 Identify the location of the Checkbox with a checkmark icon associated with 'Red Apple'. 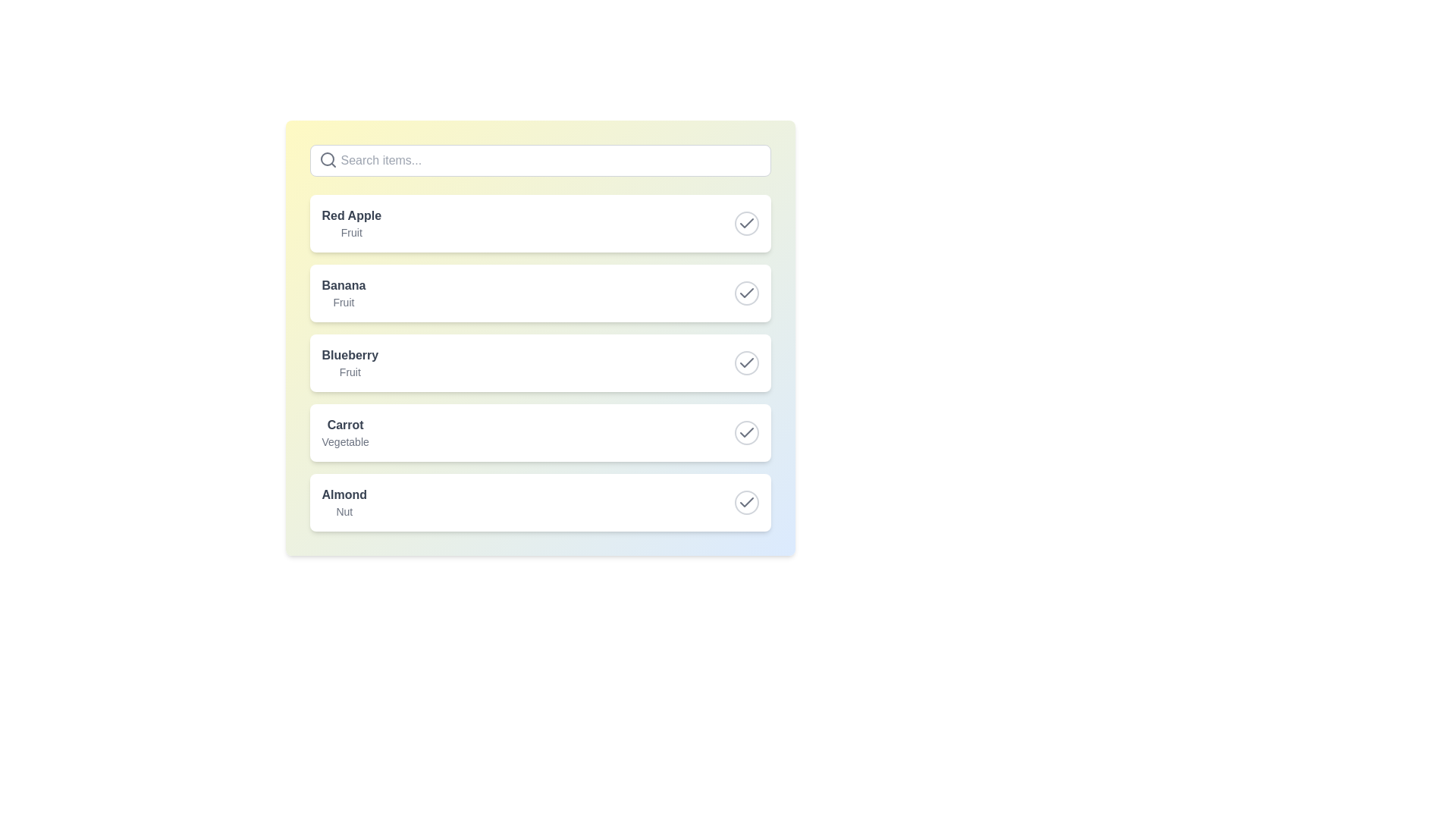
(746, 223).